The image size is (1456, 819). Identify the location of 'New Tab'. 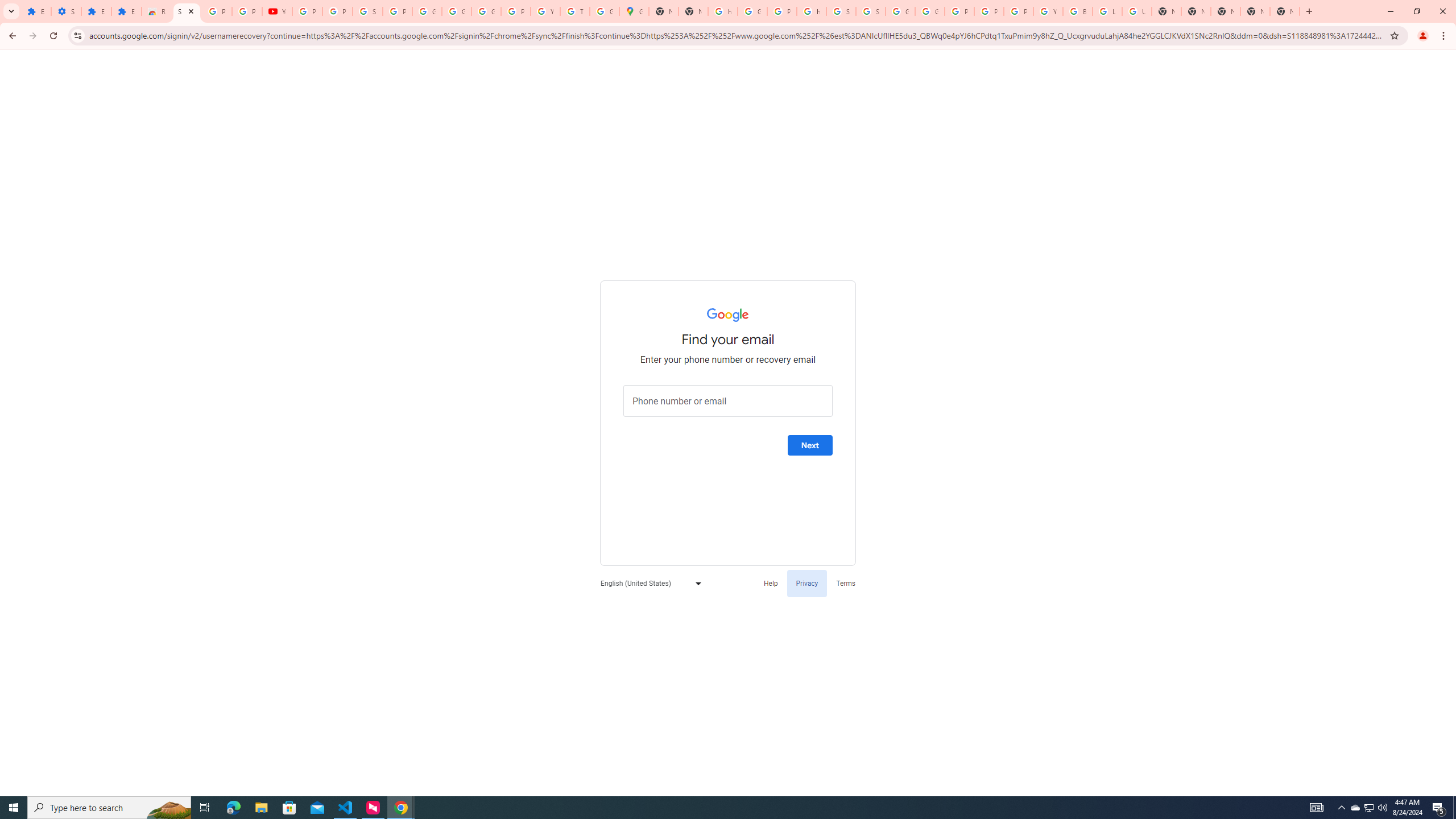
(1225, 11).